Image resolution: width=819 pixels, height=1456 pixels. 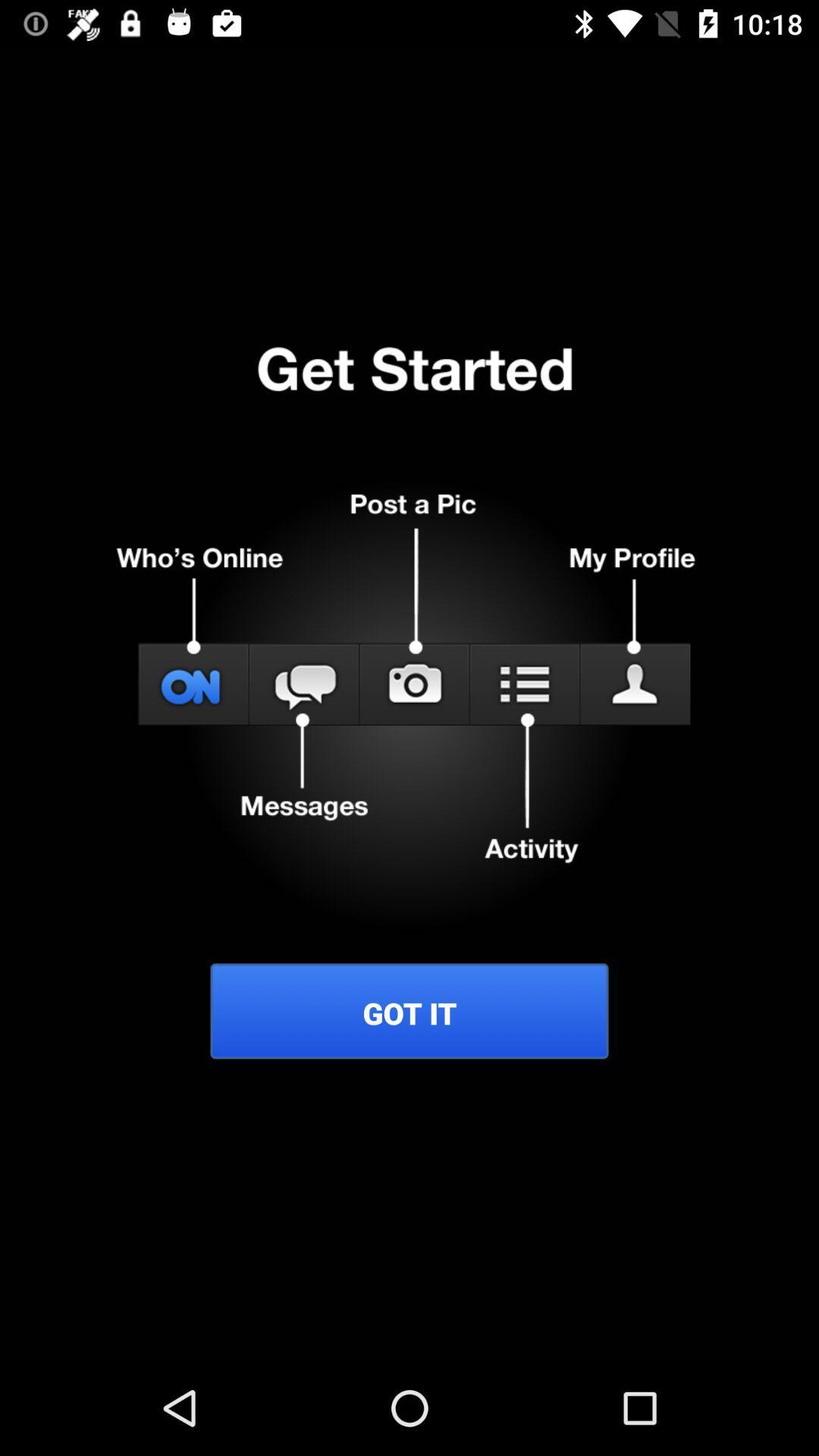 What do you see at coordinates (409, 1013) in the screenshot?
I see `the got it icon` at bounding box center [409, 1013].